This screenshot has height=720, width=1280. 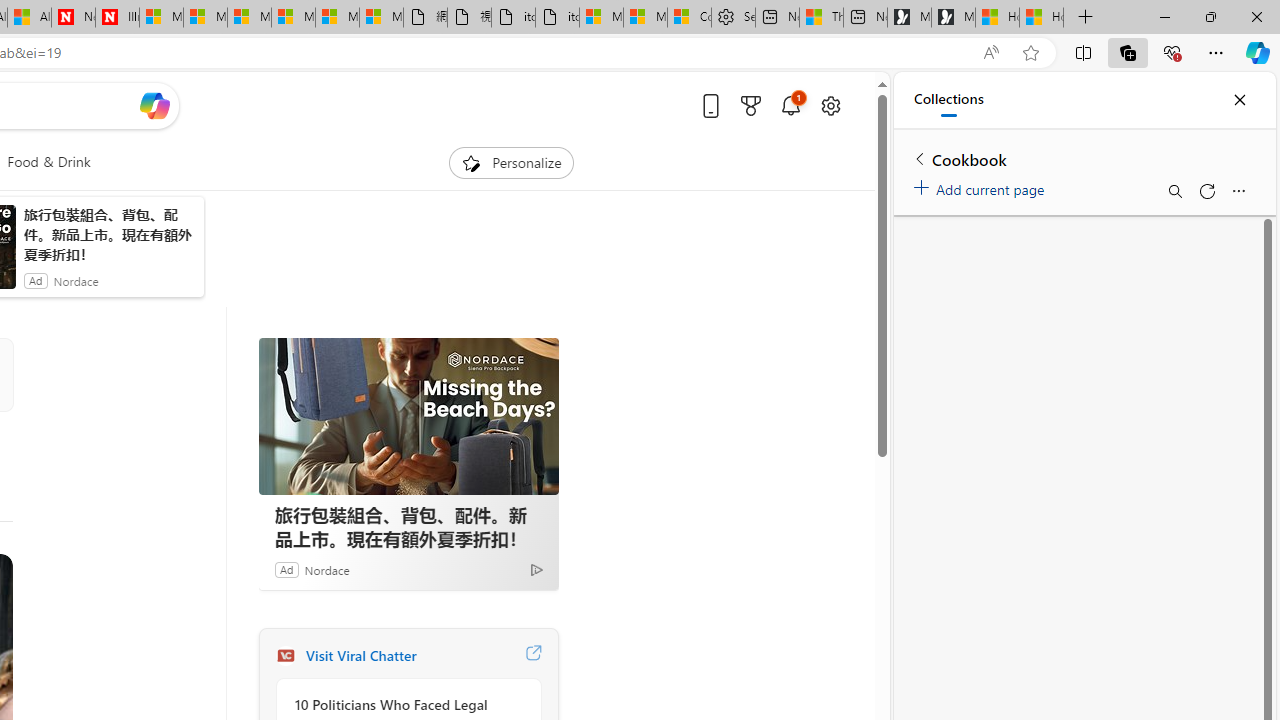 I want to click on 'More options menu', so click(x=1237, y=191).